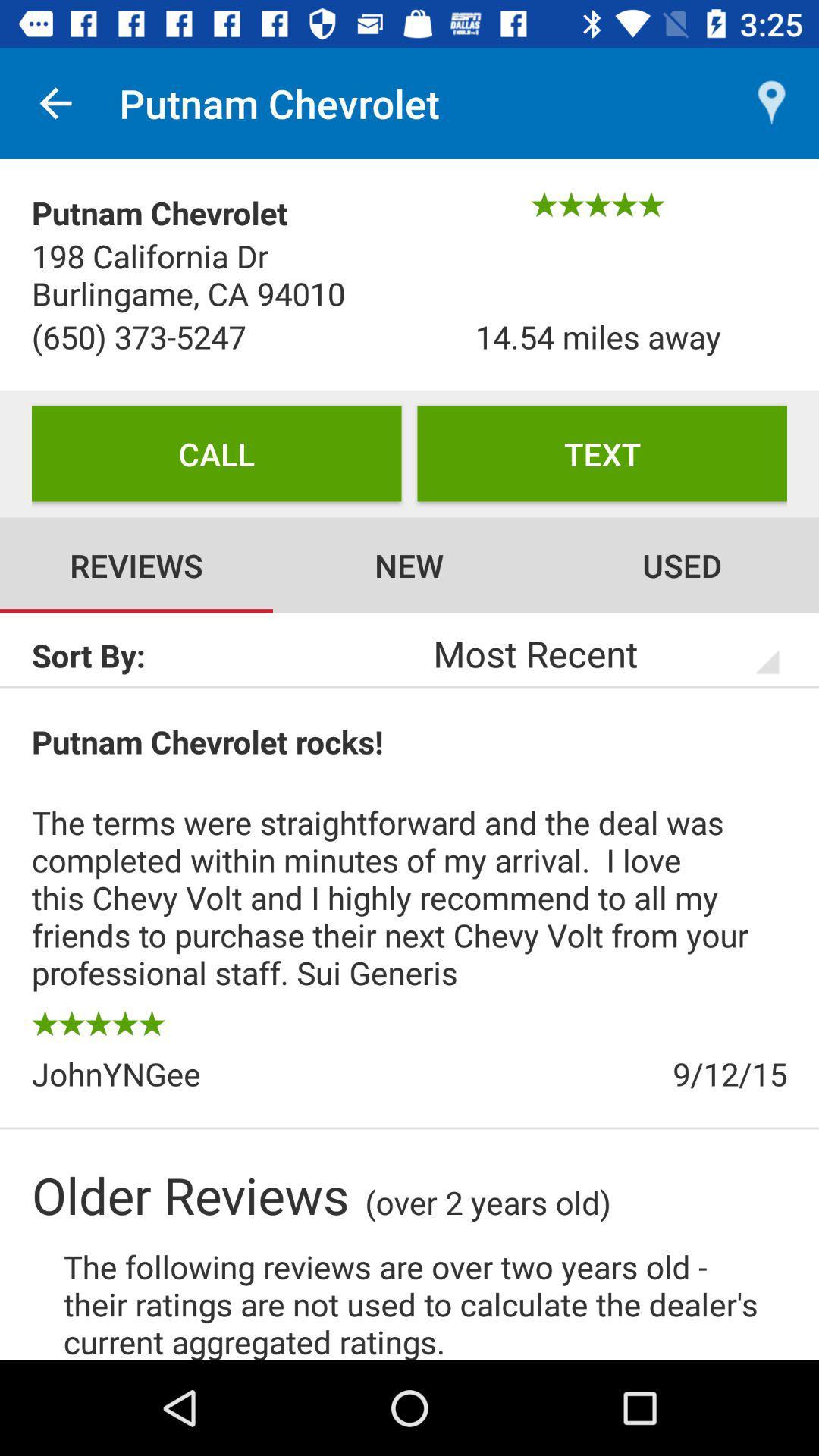 The height and width of the screenshot is (1456, 819). What do you see at coordinates (220, 655) in the screenshot?
I see `item next to most recent item` at bounding box center [220, 655].